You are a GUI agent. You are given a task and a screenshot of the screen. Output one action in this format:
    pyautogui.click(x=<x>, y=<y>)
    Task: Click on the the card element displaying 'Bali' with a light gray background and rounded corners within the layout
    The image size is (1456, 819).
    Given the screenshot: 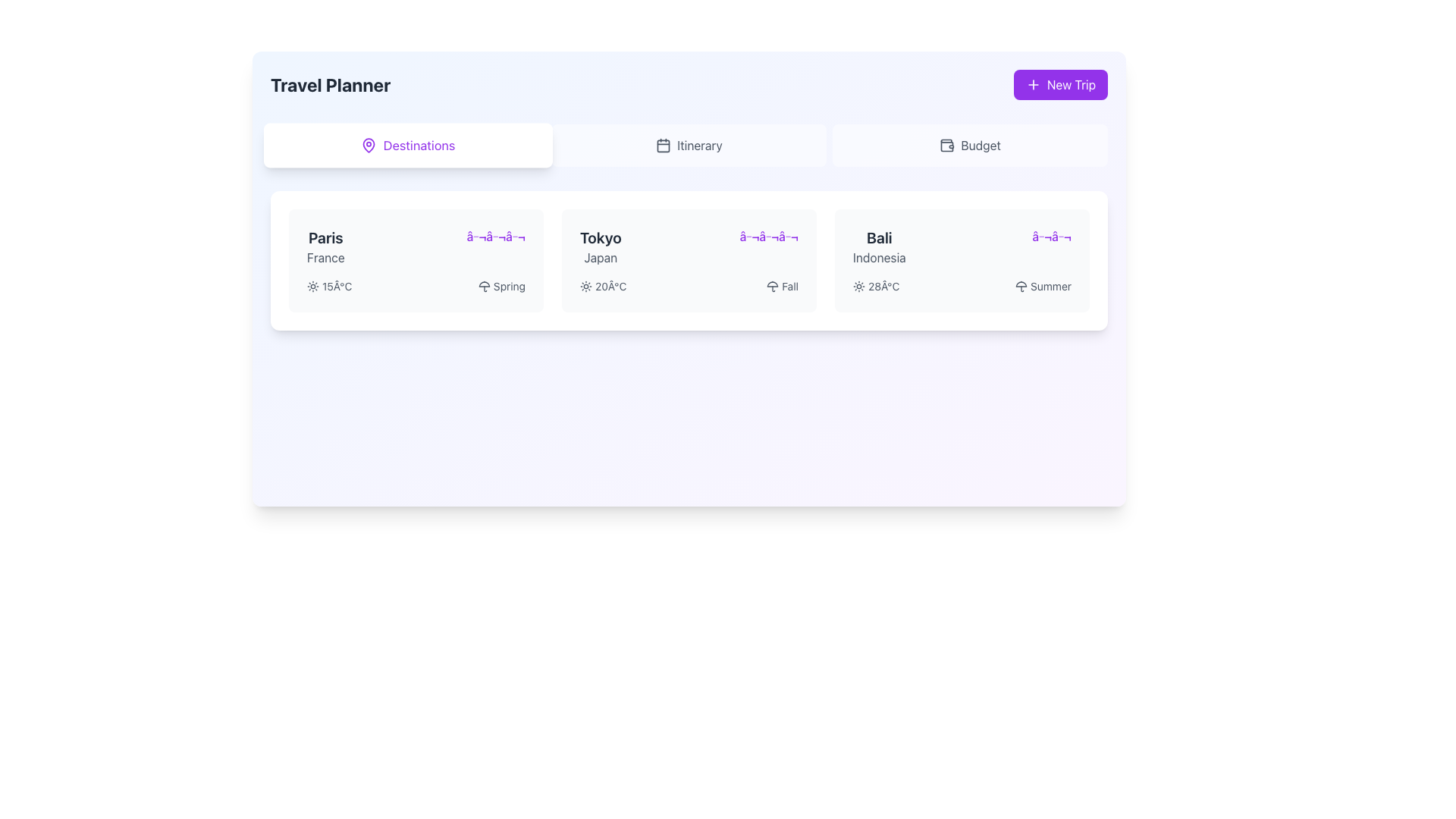 What is the action you would take?
    pyautogui.click(x=961, y=259)
    